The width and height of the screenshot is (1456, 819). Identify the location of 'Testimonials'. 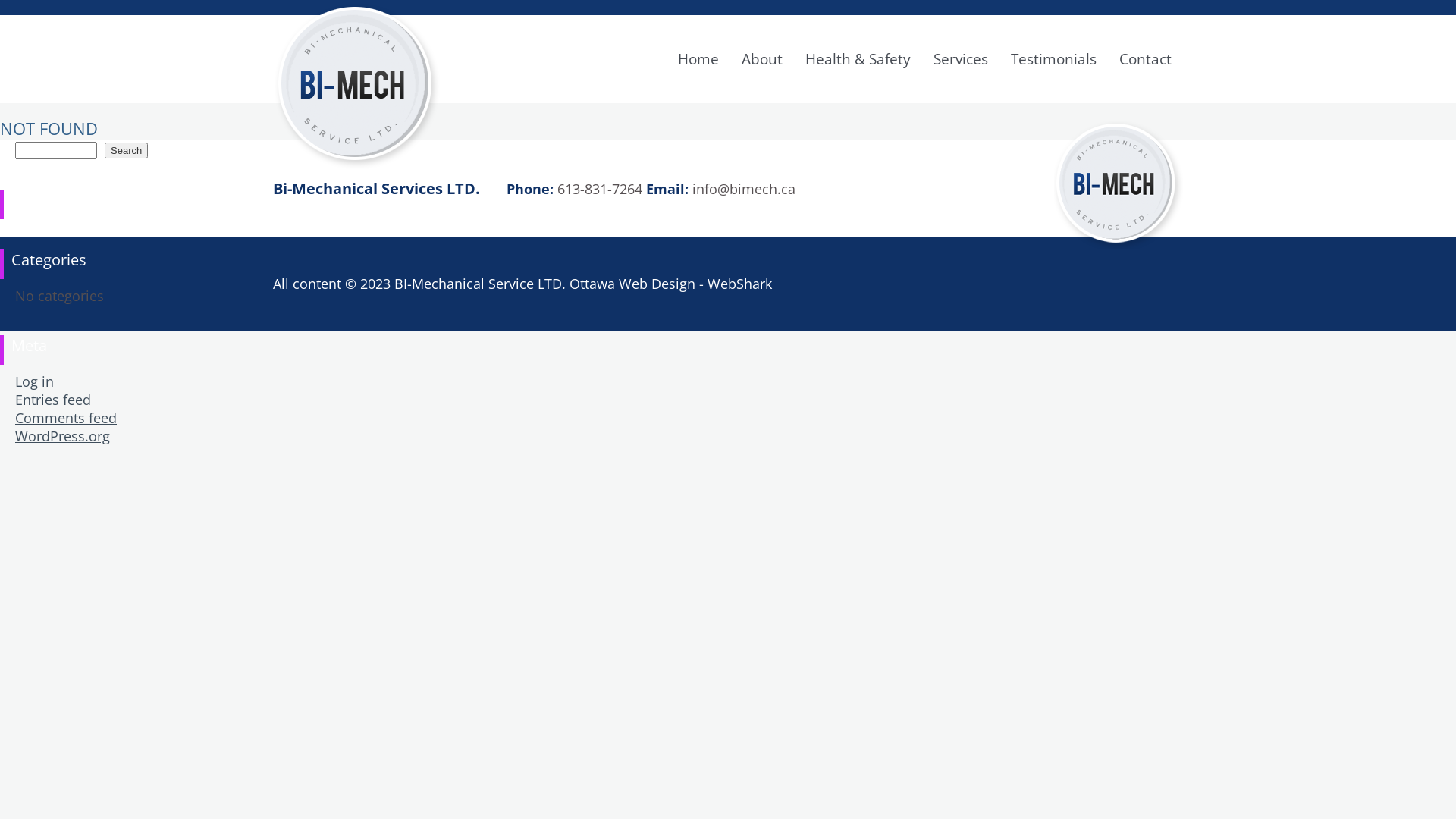
(1053, 58).